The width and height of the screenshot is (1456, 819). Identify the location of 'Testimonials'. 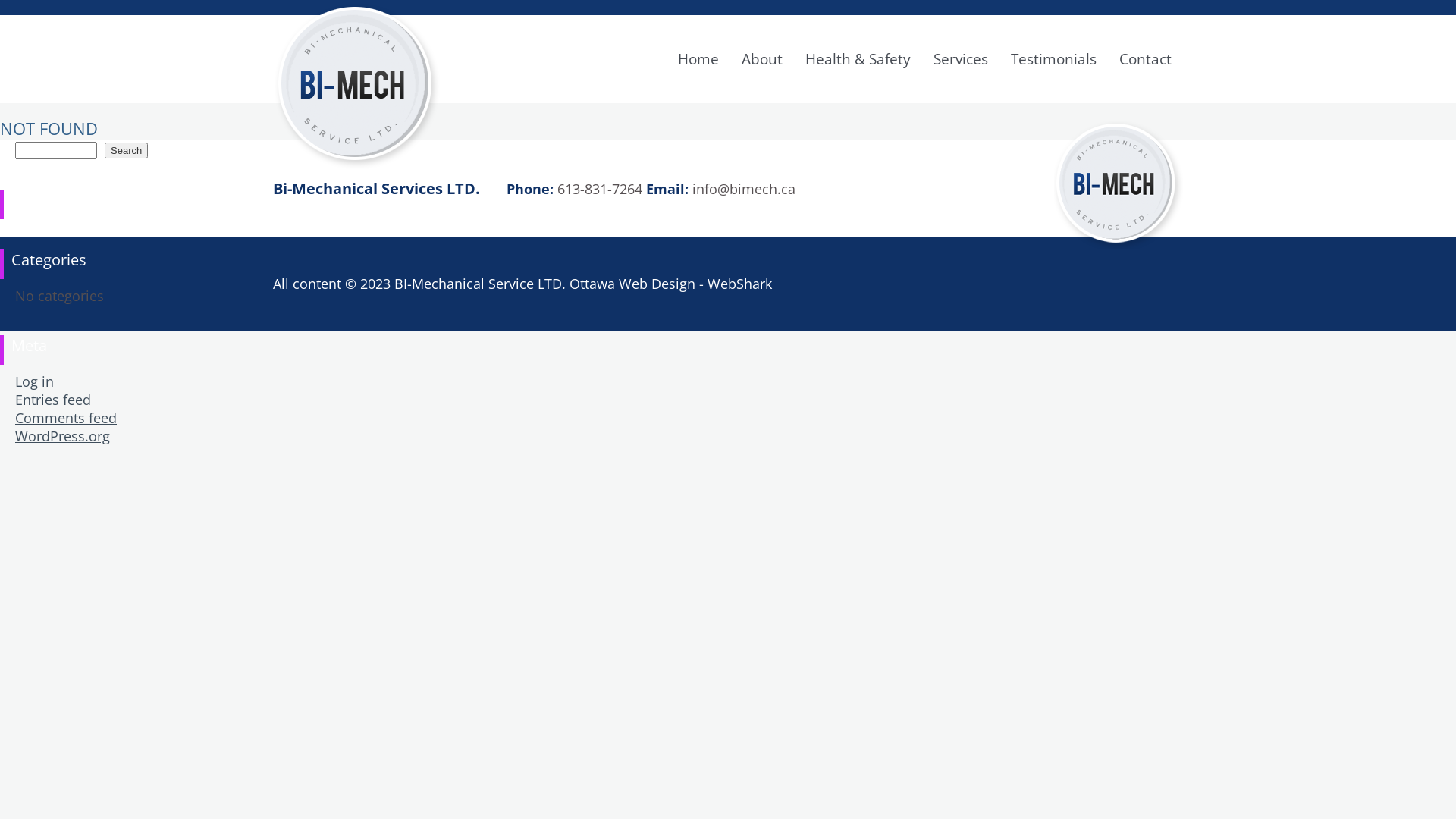
(1053, 58).